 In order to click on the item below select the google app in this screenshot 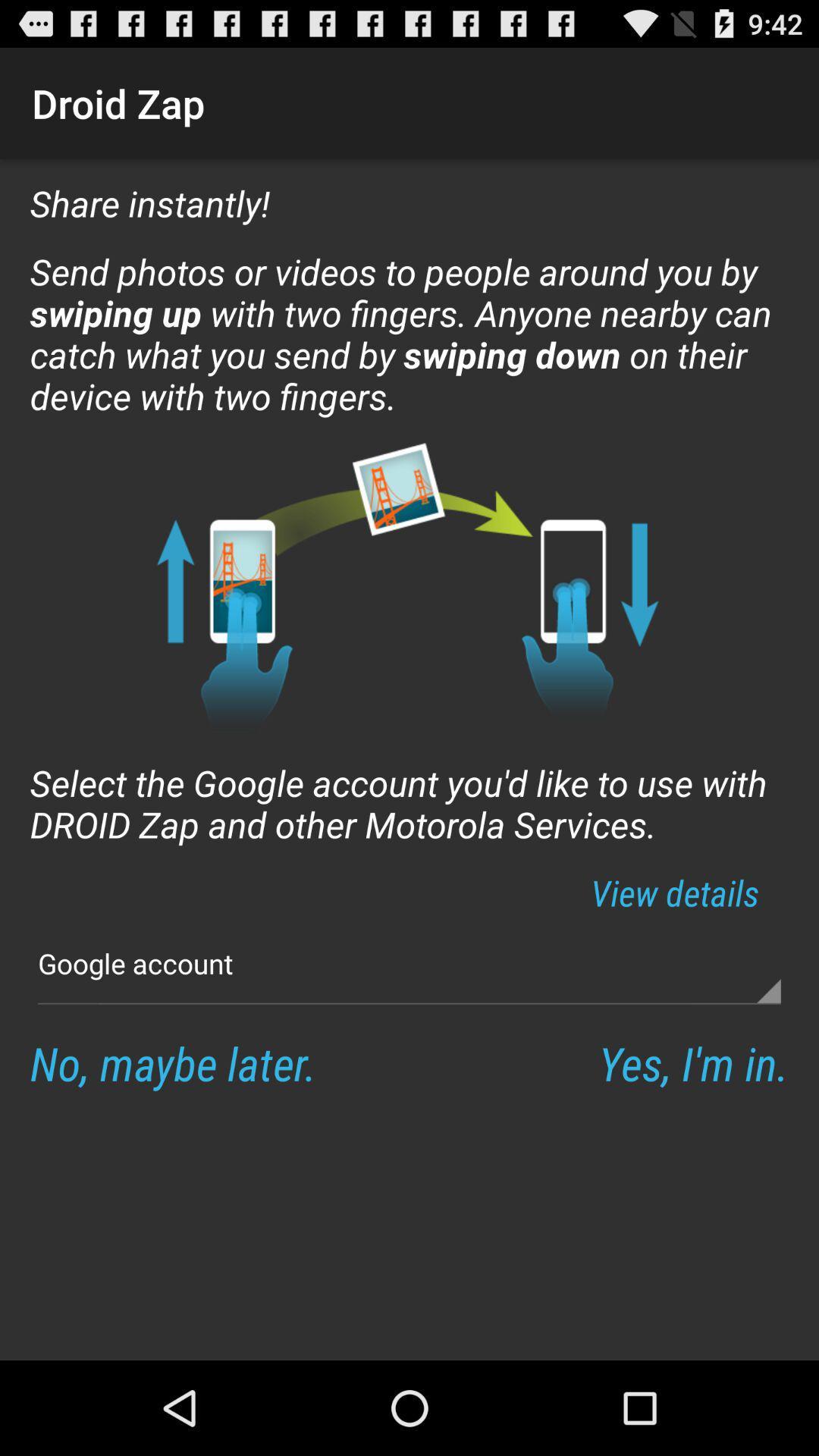, I will do `click(674, 893)`.